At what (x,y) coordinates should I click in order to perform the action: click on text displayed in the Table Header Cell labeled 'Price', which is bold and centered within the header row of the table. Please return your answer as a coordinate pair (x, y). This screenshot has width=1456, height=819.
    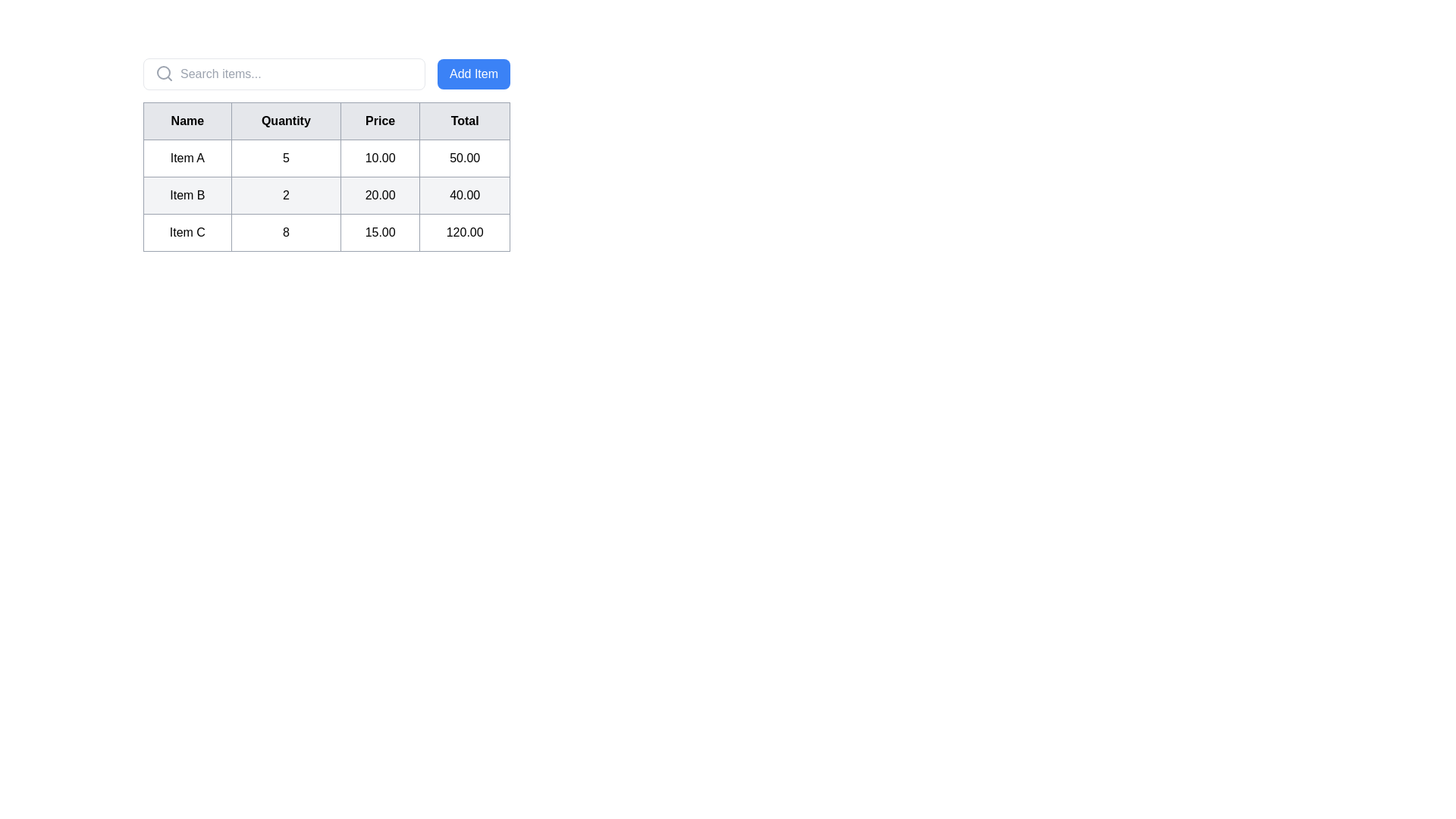
    Looking at the image, I should click on (380, 120).